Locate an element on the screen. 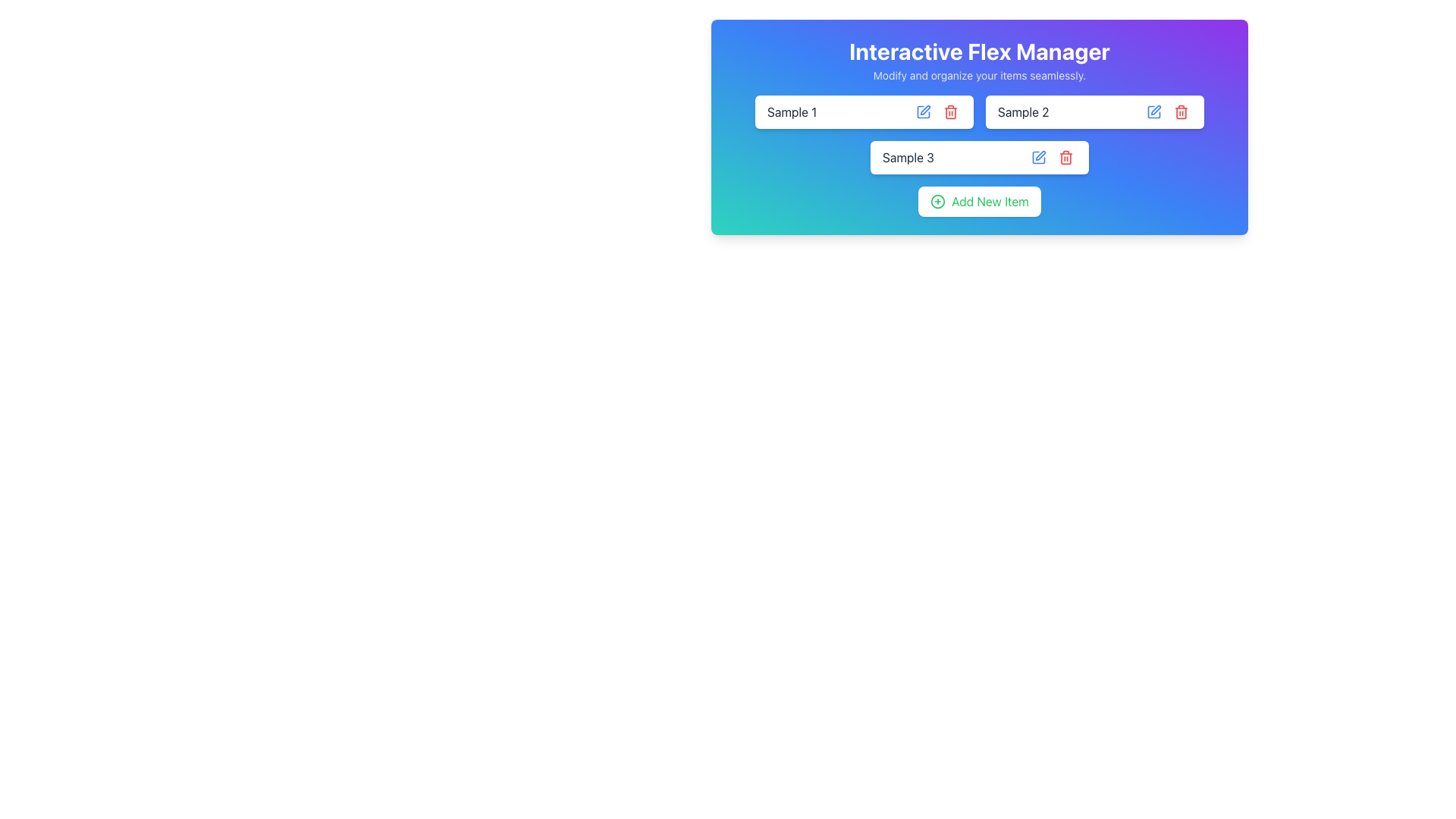 The image size is (1456, 819). the red trash can icon button, which is located to the right of the input field labeled 'Sample 1' is located at coordinates (949, 111).